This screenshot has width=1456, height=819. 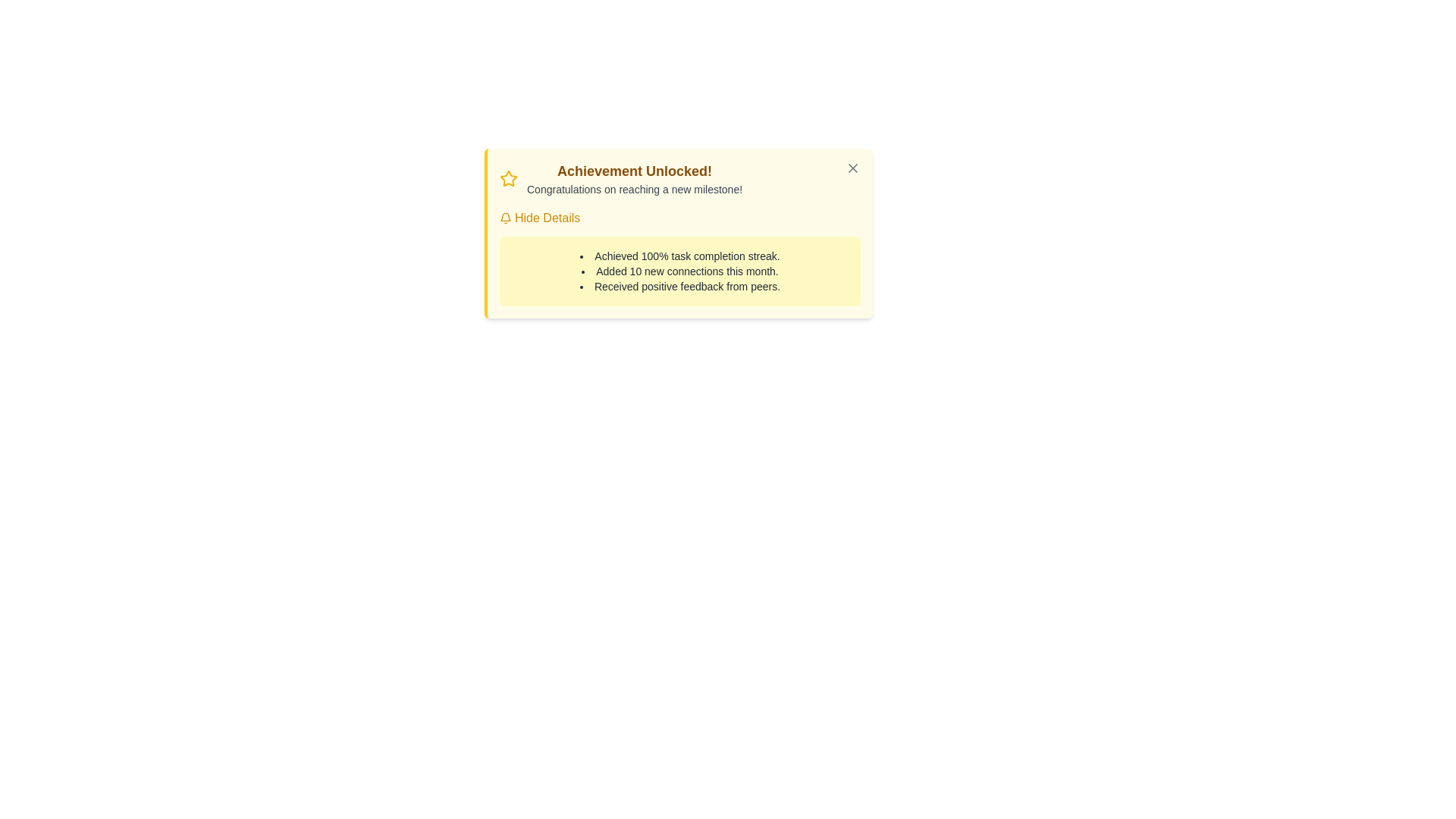 What do you see at coordinates (506, 217) in the screenshot?
I see `the notification alert icon located in the top-right area of the notification card` at bounding box center [506, 217].